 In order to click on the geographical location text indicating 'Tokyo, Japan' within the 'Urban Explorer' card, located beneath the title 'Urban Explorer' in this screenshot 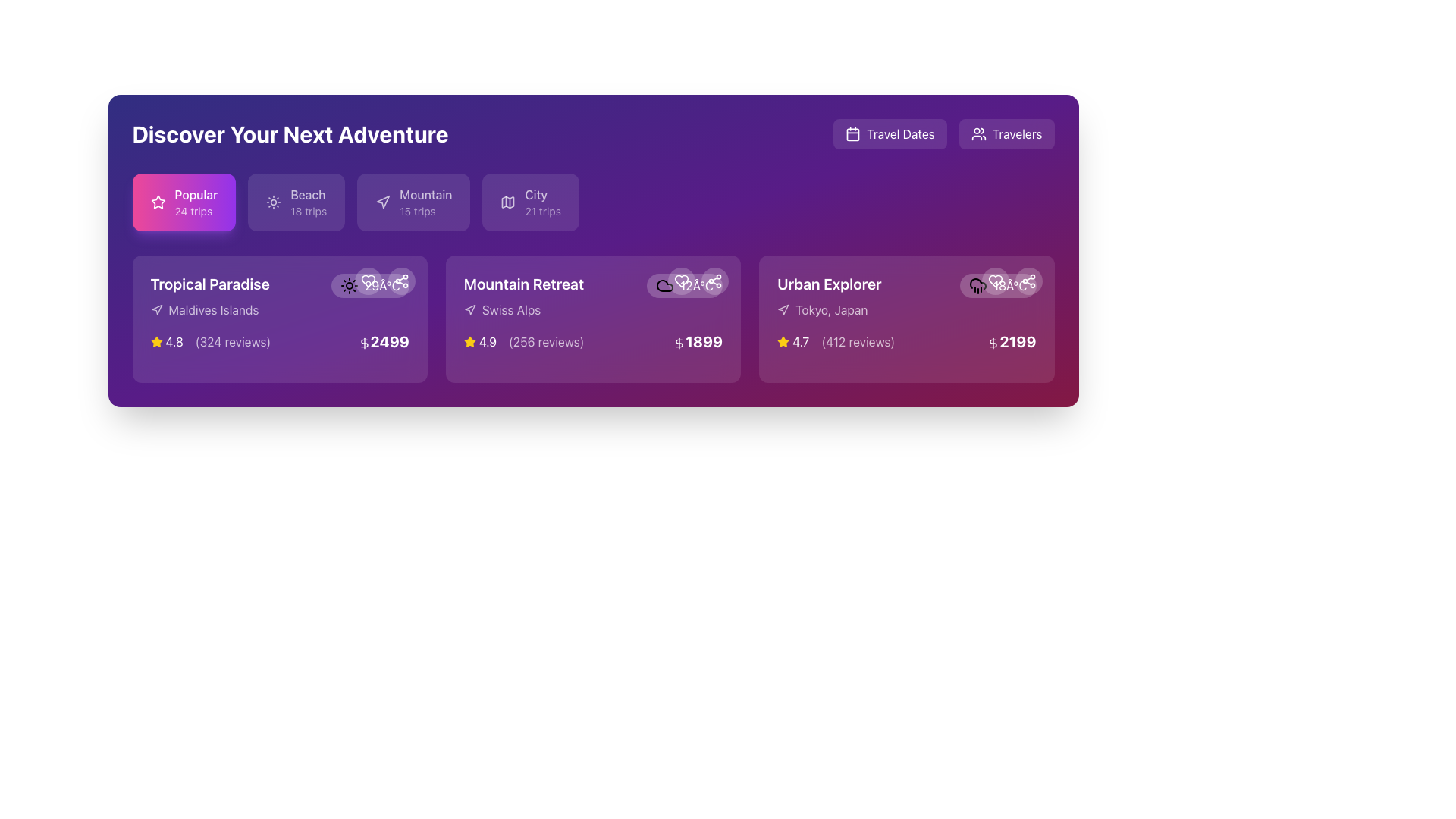, I will do `click(828, 309)`.